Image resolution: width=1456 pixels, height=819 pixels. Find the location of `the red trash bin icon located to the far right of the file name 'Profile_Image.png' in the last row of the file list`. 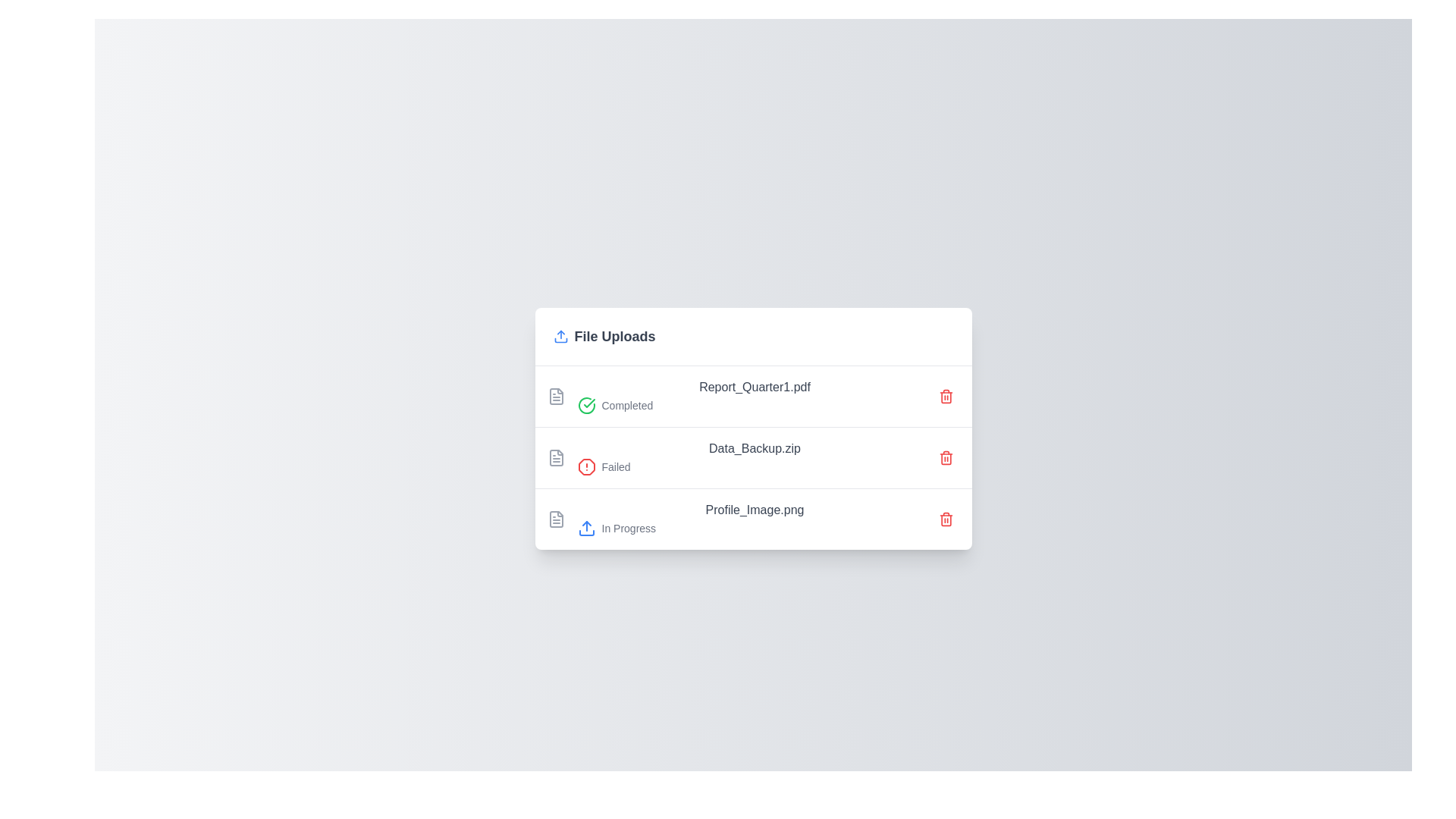

the red trash bin icon located to the far right of the file name 'Profile_Image.png' in the last row of the file list is located at coordinates (945, 518).